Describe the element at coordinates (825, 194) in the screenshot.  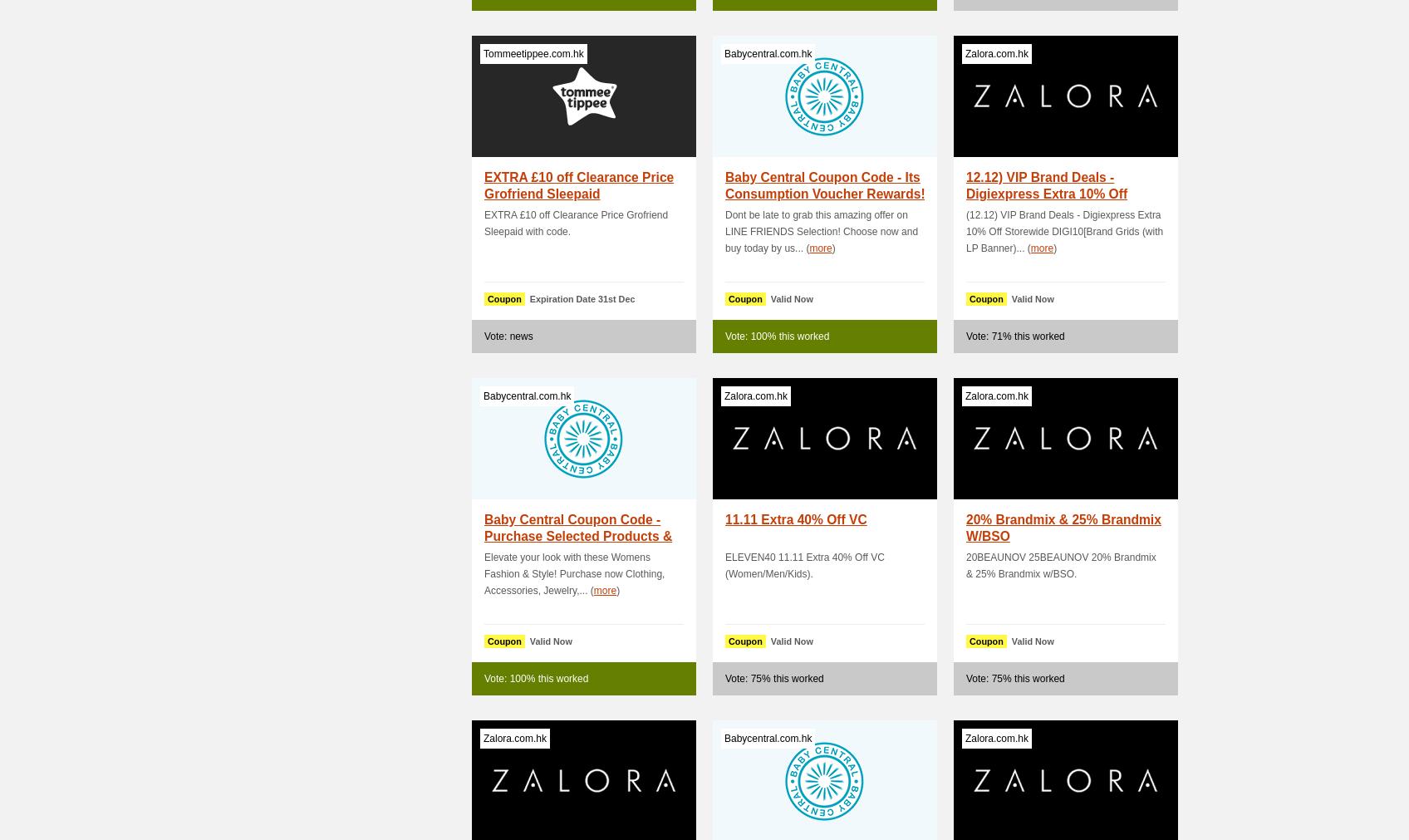
I see `'Baby Central Coupon Code - Its Consumption Voucher Rewards! Shop On.'` at that location.